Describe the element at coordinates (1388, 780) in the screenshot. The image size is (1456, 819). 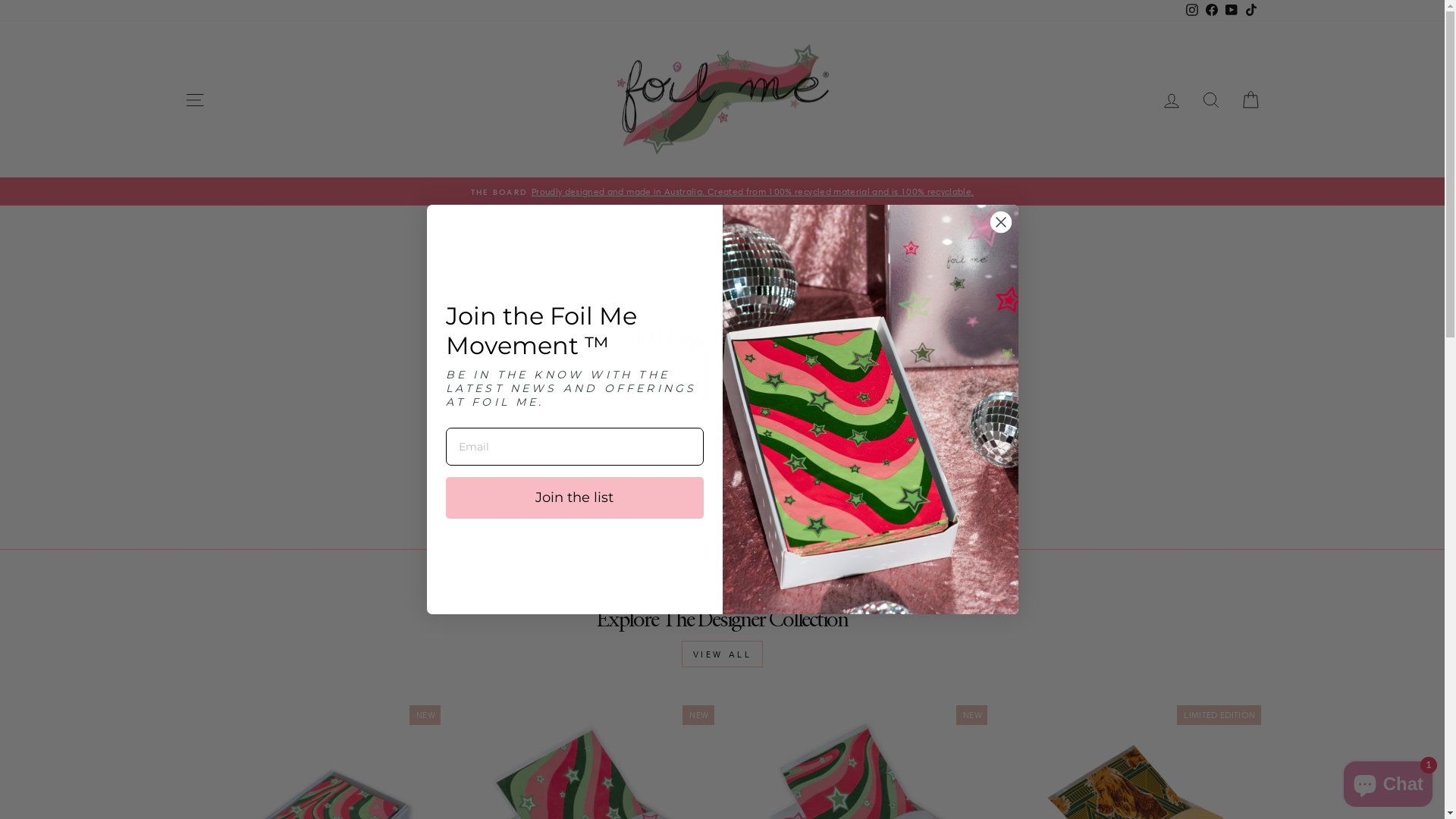
I see `'Shopify online store chat'` at that location.